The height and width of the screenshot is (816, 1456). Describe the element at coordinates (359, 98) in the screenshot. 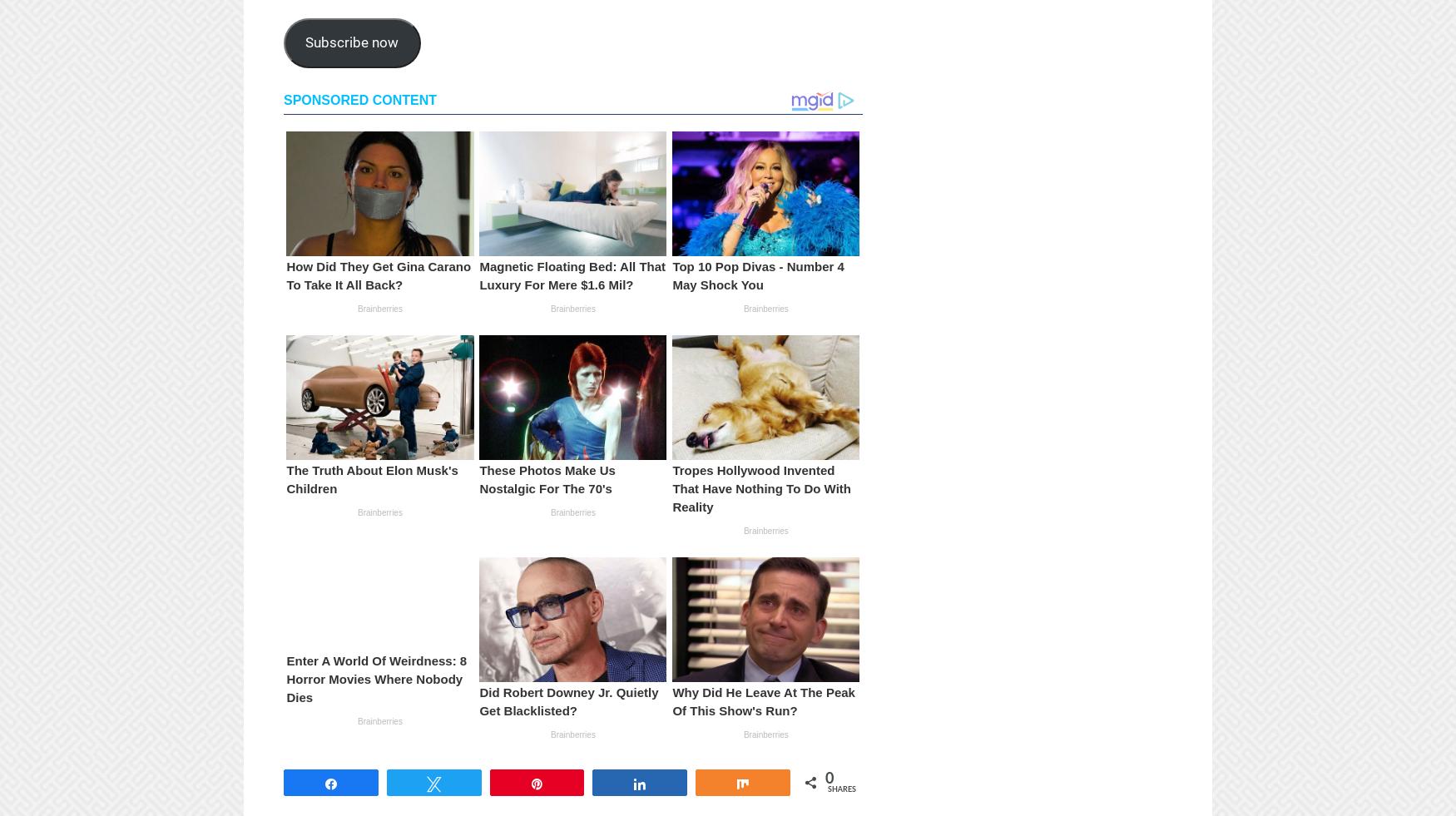

I see `'Sponsored Content'` at that location.